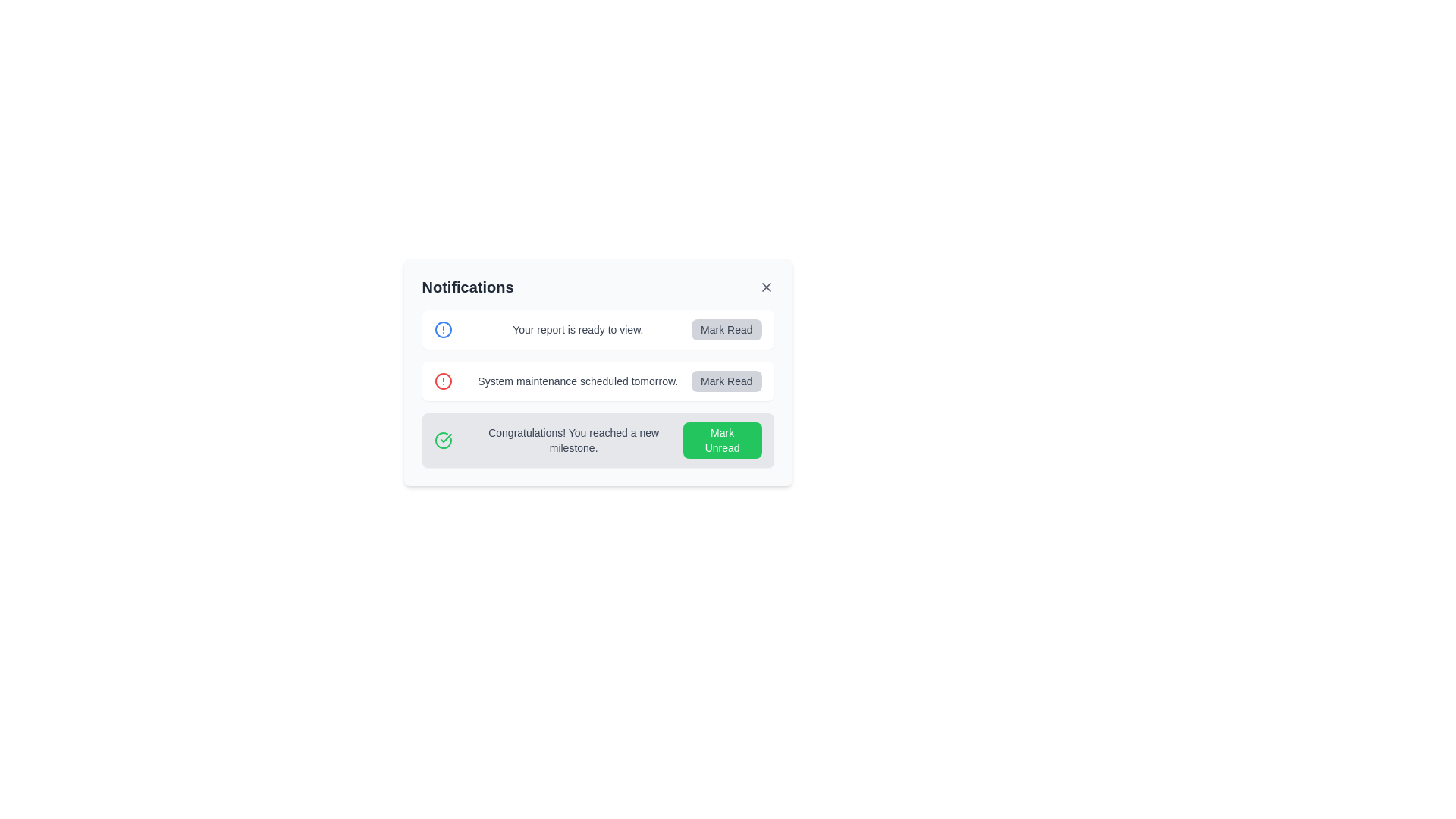 Image resolution: width=1456 pixels, height=819 pixels. I want to click on the green 'Mark Unread' button with rounded corners located to the right of the notification text 'Congratulations! You reached a new milestone.' to mark the notification as unread, so click(721, 441).